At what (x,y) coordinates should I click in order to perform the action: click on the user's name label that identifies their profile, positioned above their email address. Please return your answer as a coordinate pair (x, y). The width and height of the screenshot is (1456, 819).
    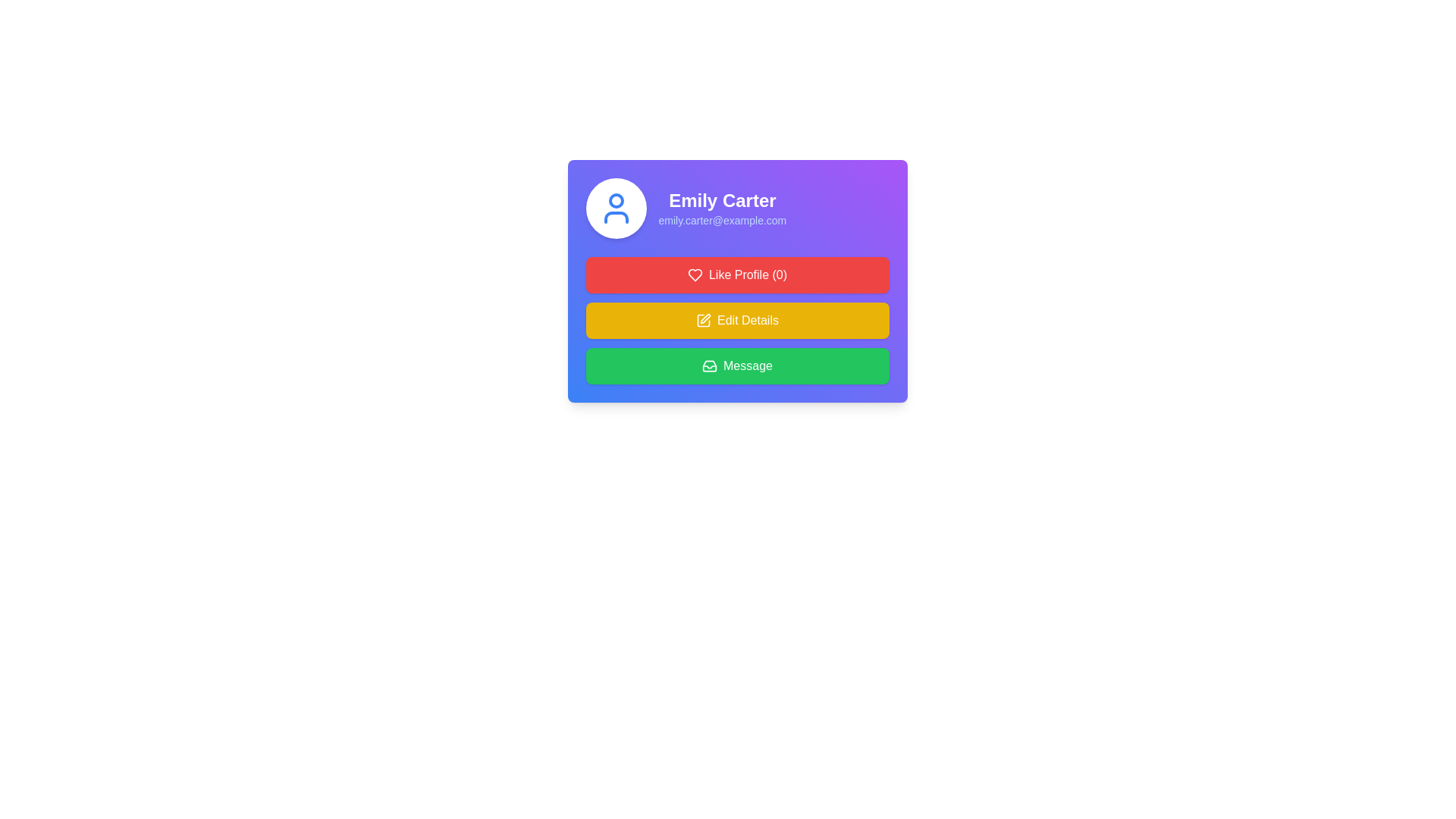
    Looking at the image, I should click on (721, 200).